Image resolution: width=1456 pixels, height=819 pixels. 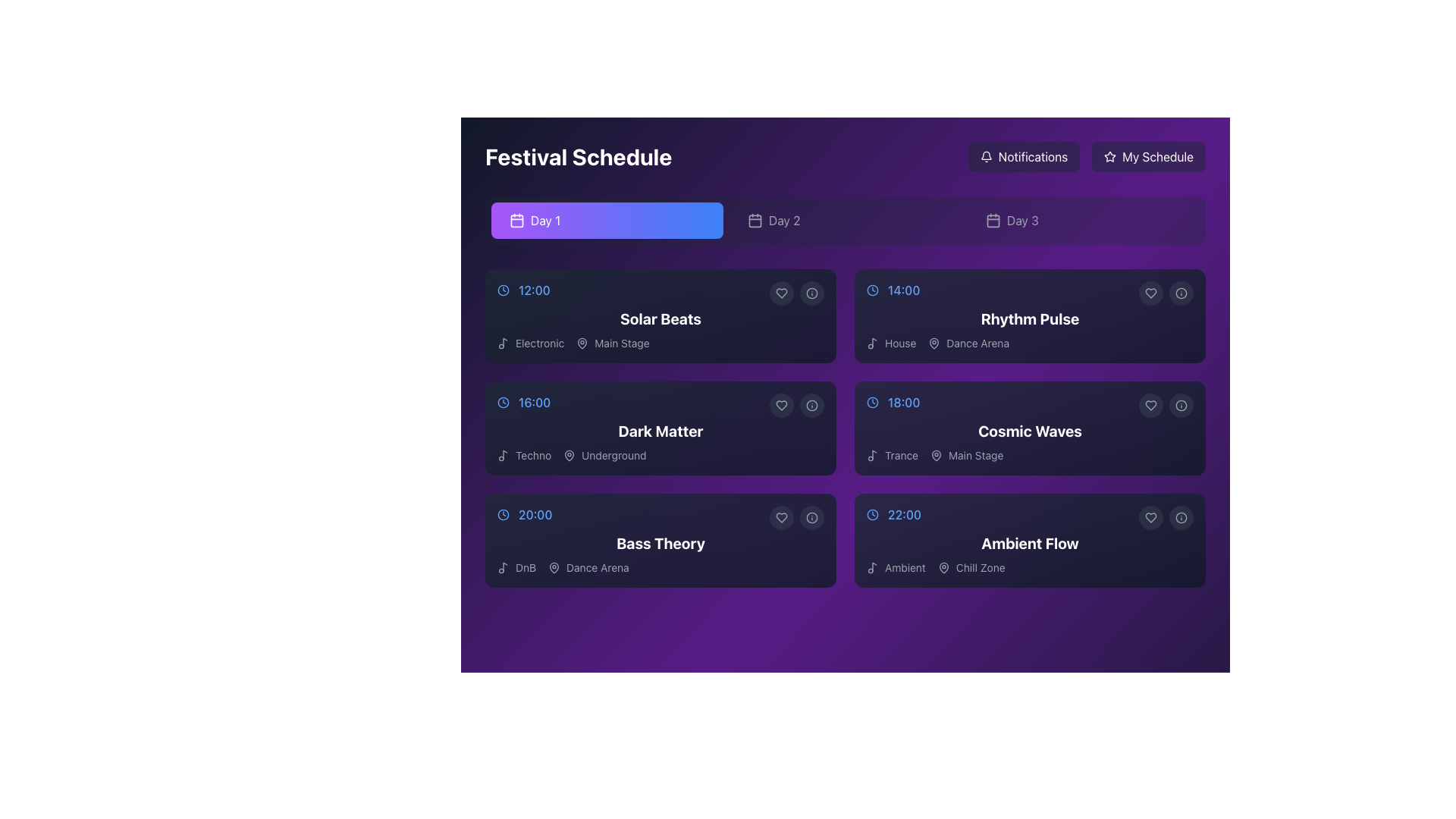 I want to click on the small music note icon located to the left of the text label 'House' in the 'Rhythm Pulse' event block in the top-right section of the events grid, so click(x=873, y=343).